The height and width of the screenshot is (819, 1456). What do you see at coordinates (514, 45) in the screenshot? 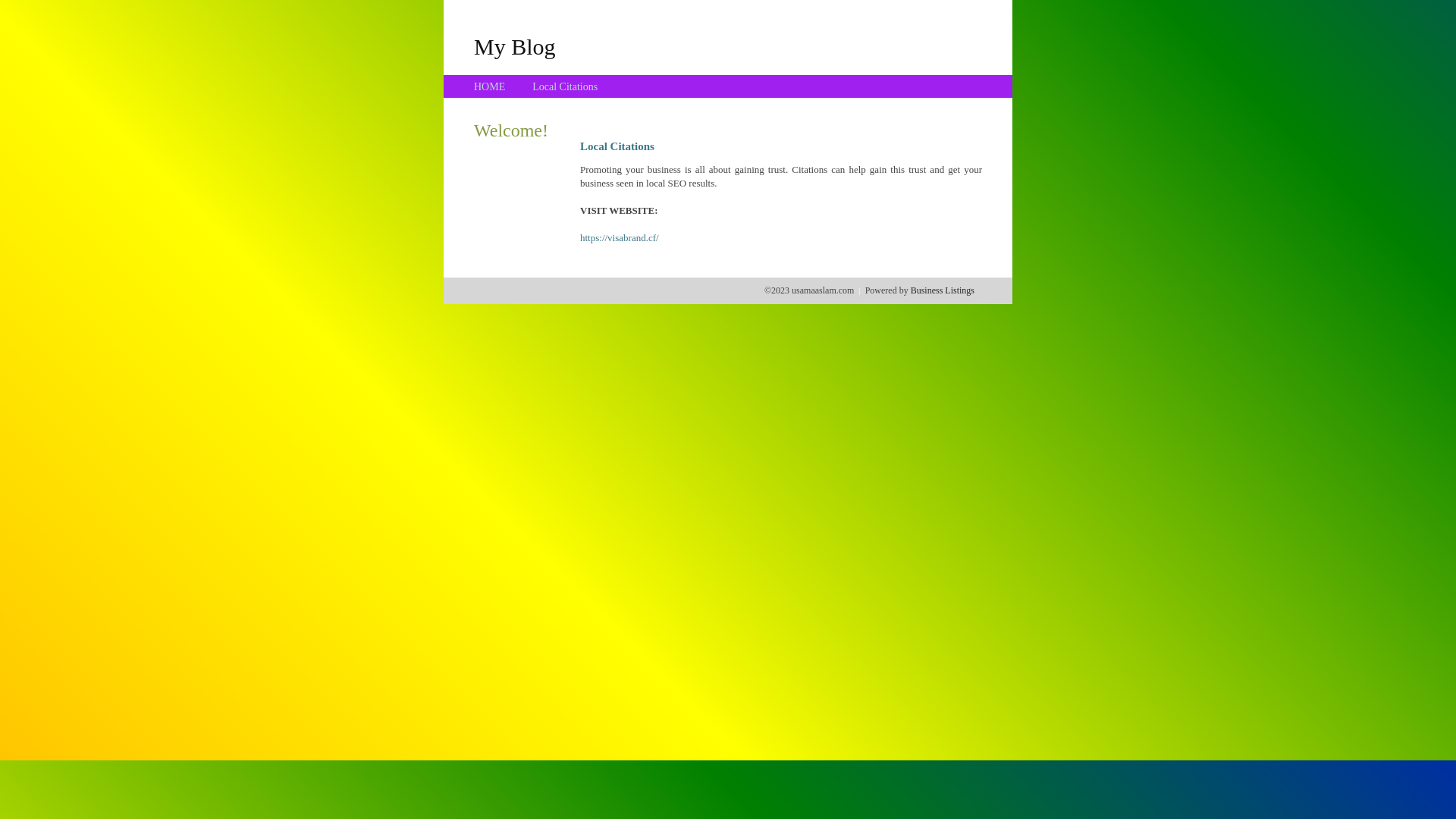
I see `'My Blog'` at bounding box center [514, 45].